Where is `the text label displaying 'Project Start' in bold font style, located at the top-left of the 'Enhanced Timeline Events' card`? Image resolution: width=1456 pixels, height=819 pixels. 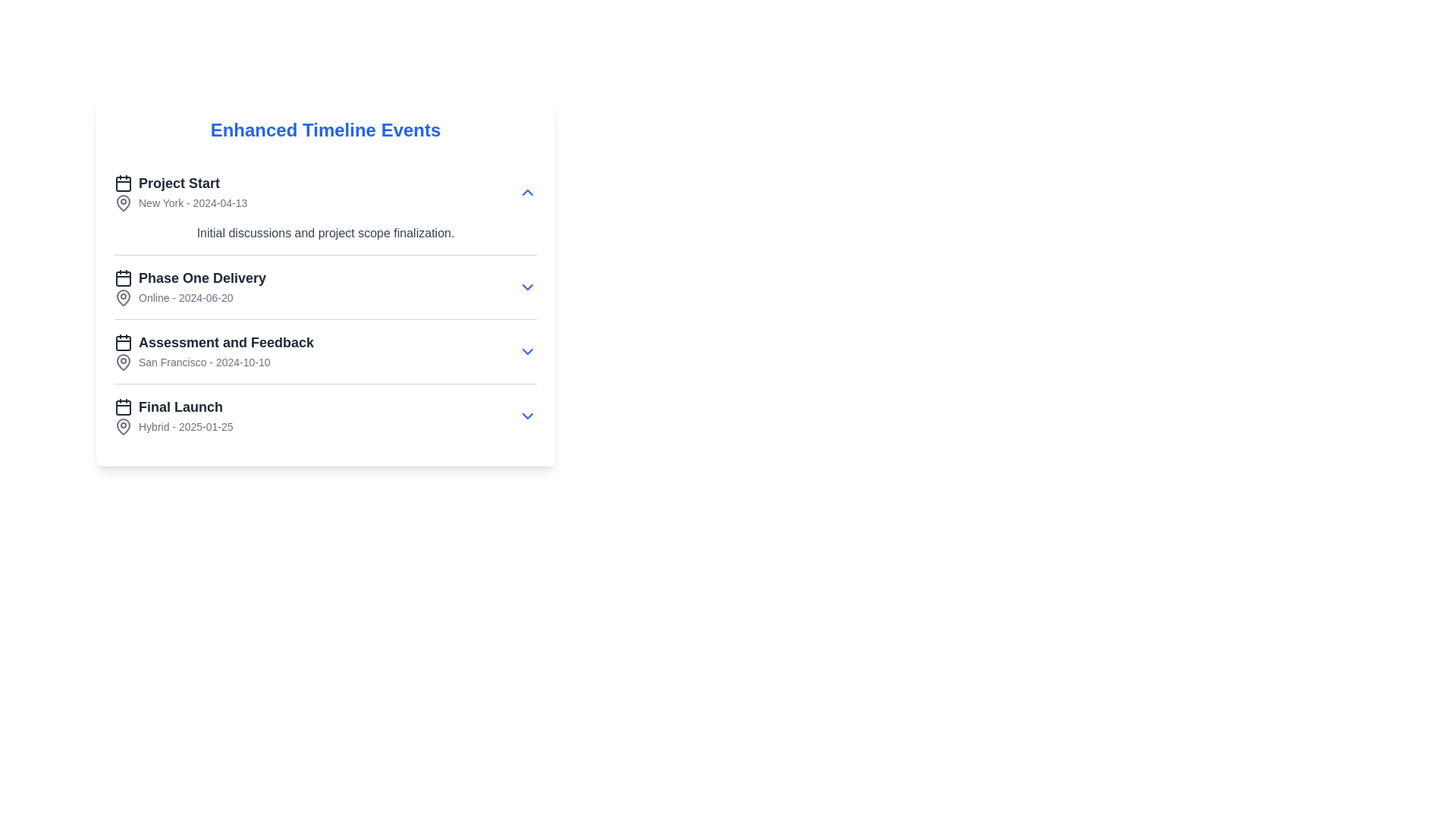 the text label displaying 'Project Start' in bold font style, located at the top-left of the 'Enhanced Timeline Events' card is located at coordinates (180, 183).